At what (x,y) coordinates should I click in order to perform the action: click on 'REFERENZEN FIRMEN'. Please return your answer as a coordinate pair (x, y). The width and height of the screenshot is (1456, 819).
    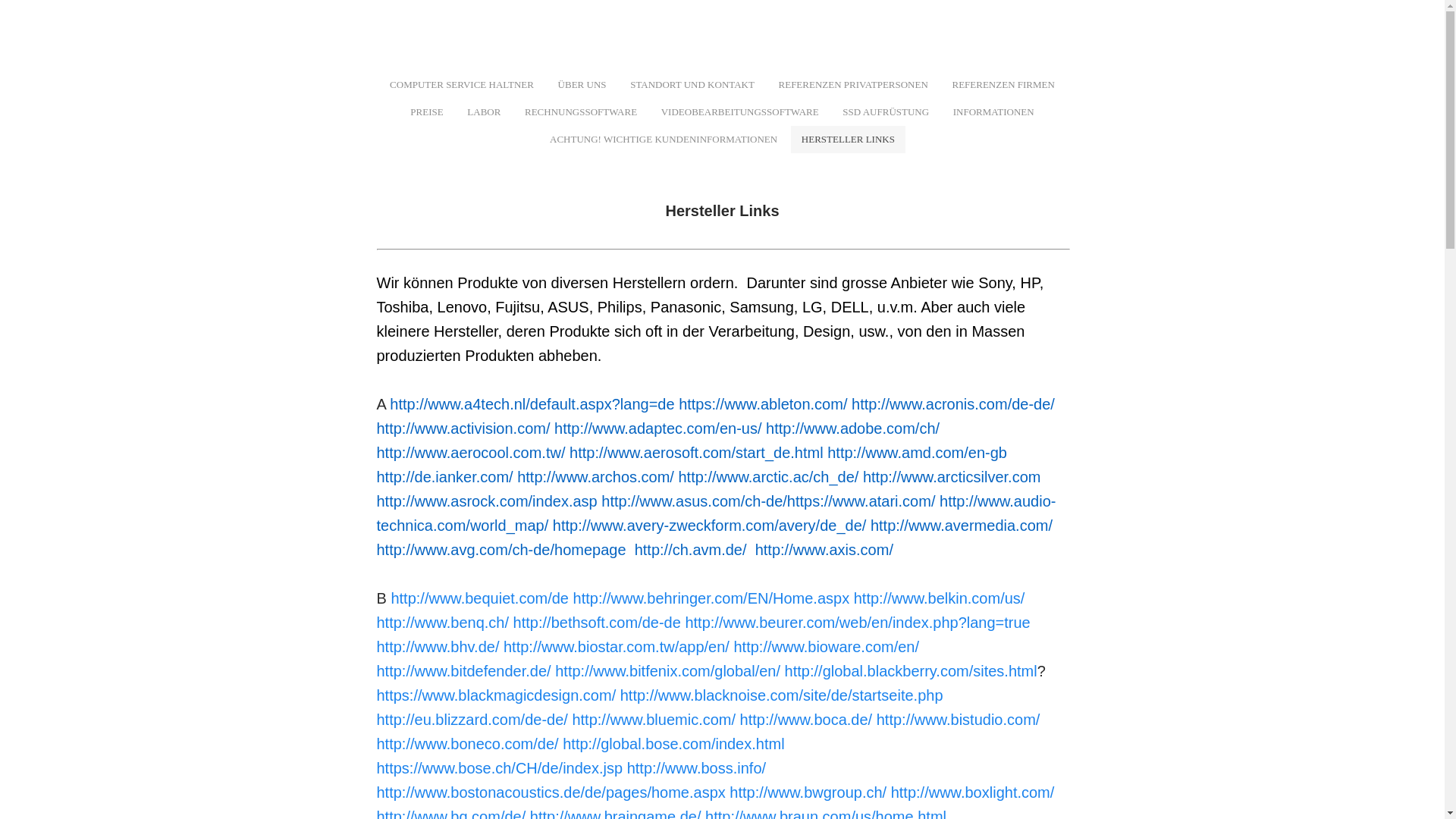
    Looking at the image, I should click on (1003, 84).